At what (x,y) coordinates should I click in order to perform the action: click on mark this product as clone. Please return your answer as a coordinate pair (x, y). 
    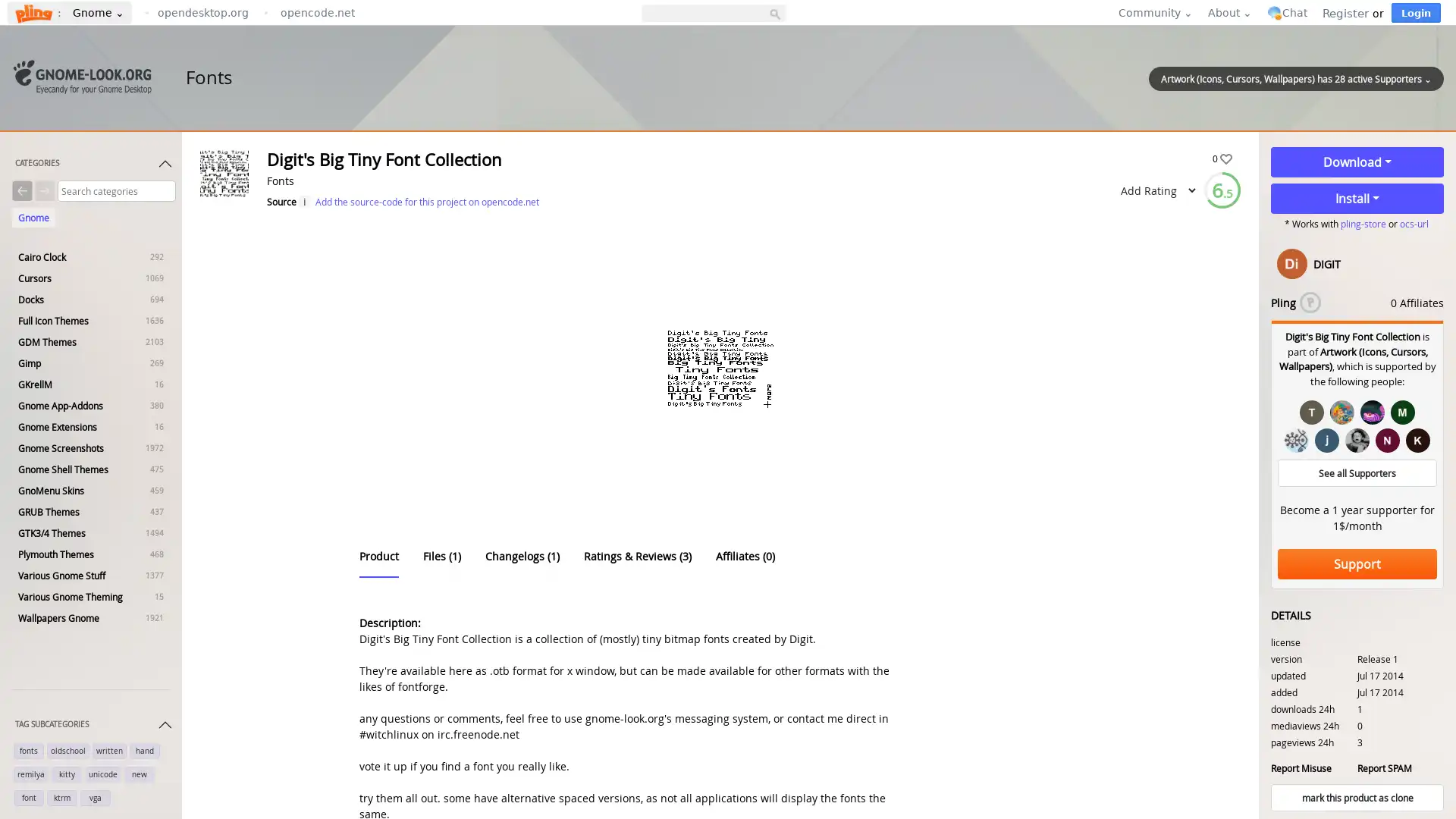
    Looking at the image, I should click on (1357, 797).